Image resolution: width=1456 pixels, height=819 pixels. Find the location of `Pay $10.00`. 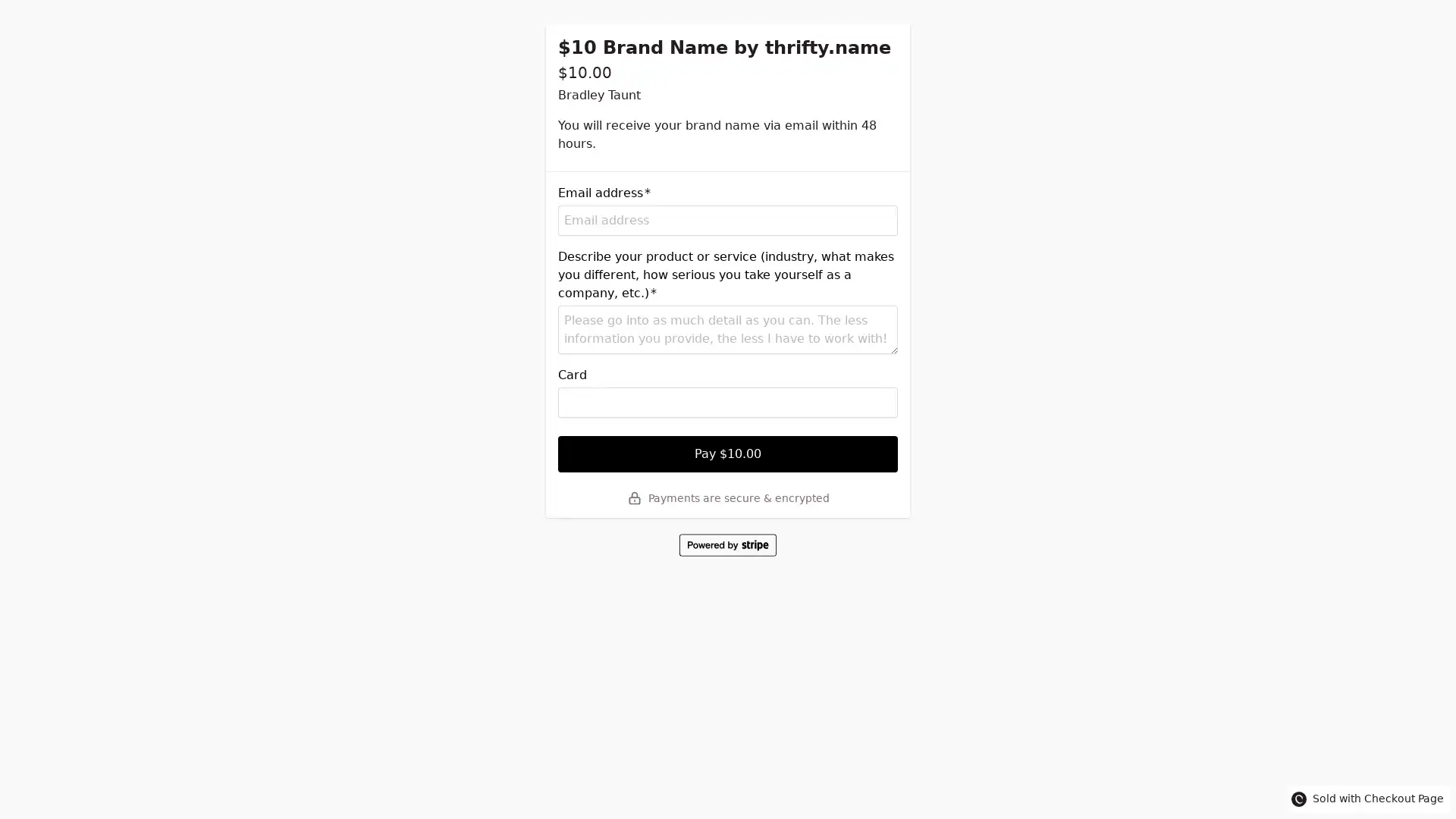

Pay $10.00 is located at coordinates (728, 453).